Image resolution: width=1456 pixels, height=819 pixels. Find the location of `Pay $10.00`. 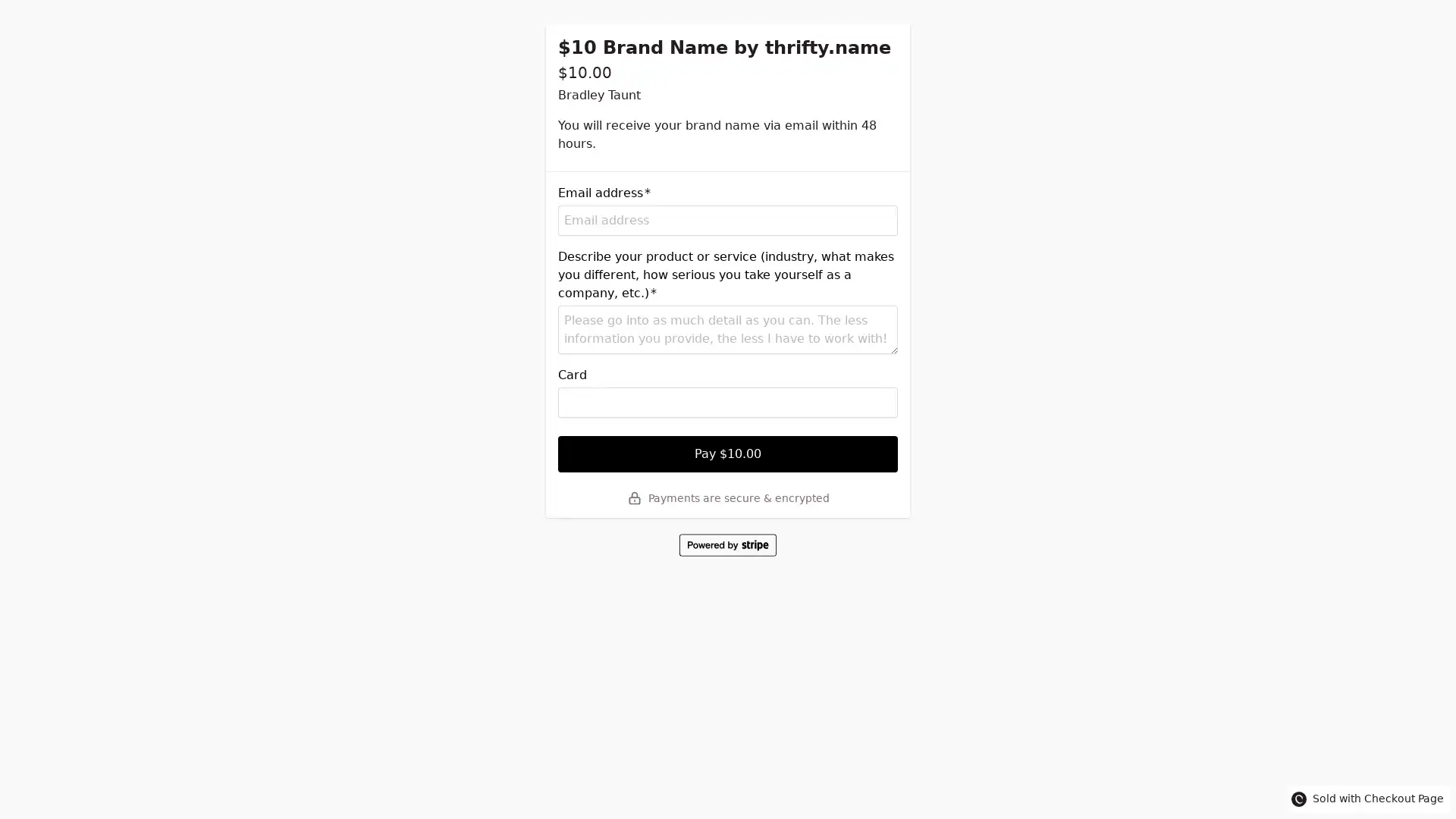

Pay $10.00 is located at coordinates (728, 453).